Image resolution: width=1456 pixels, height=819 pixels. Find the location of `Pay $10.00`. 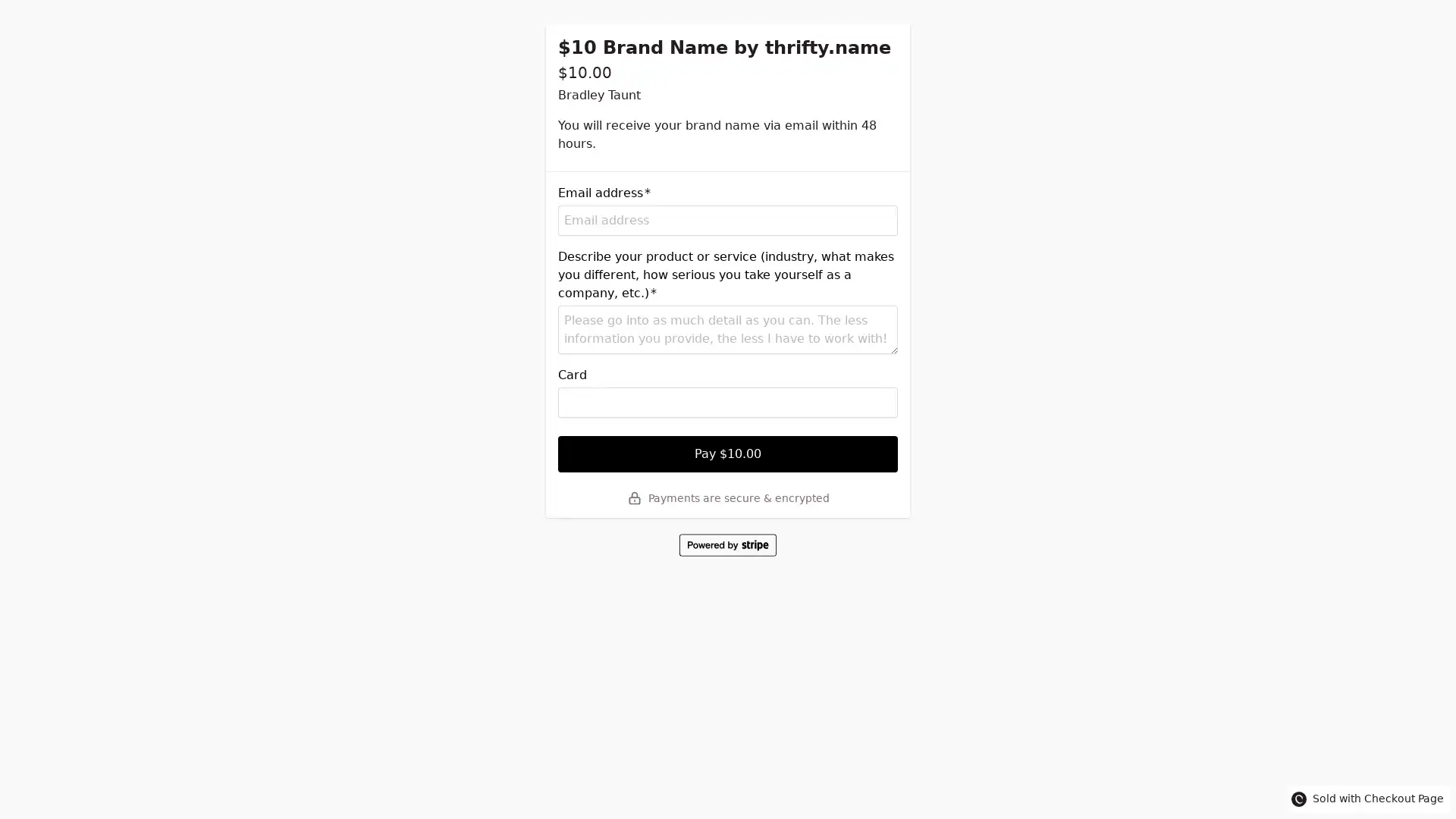

Pay $10.00 is located at coordinates (728, 453).